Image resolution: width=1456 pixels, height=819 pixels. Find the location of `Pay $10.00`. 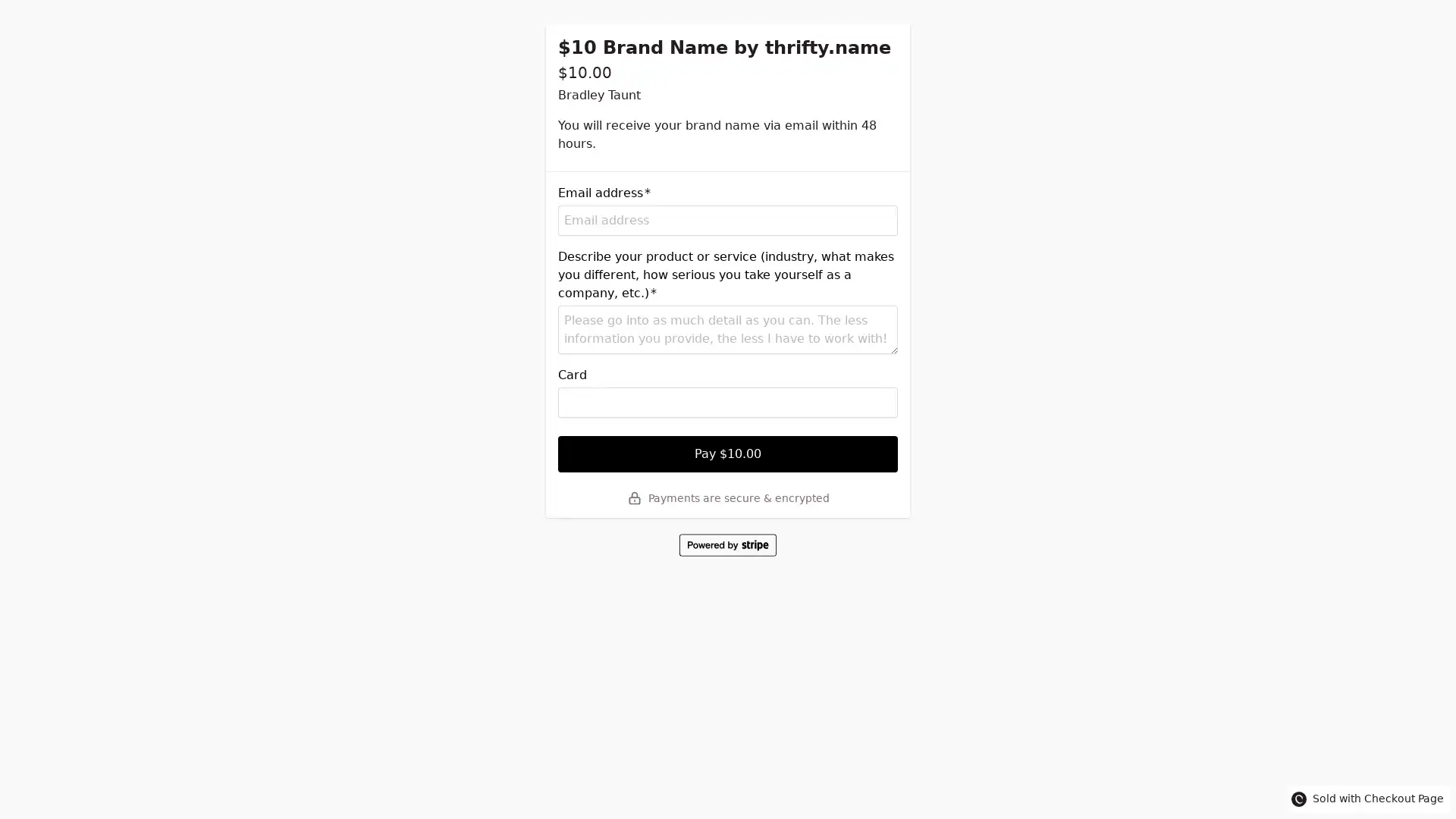

Pay $10.00 is located at coordinates (728, 453).